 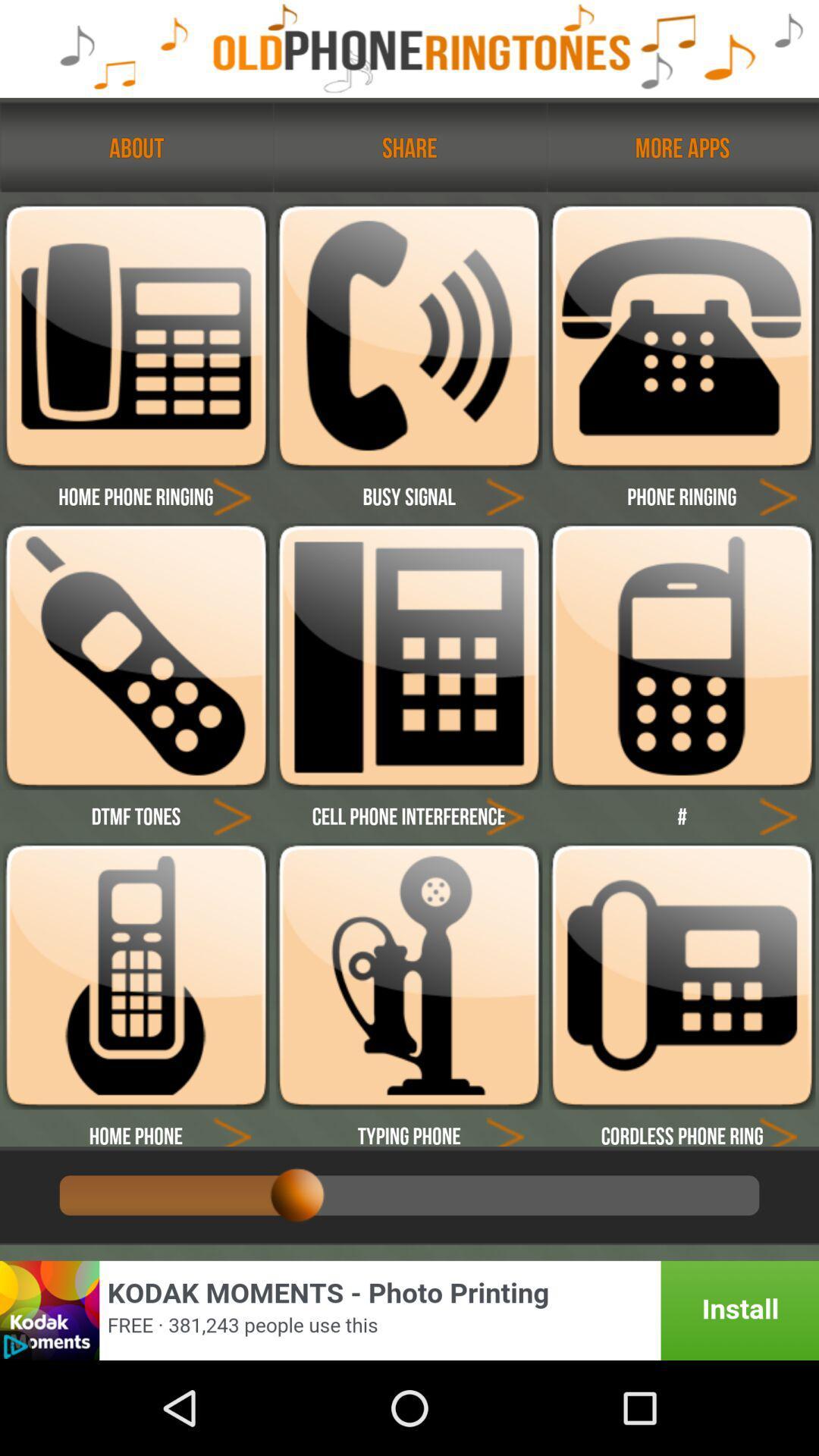 What do you see at coordinates (232, 814) in the screenshot?
I see `the  symbol which is on left hand side beside the text dtmf tones` at bounding box center [232, 814].